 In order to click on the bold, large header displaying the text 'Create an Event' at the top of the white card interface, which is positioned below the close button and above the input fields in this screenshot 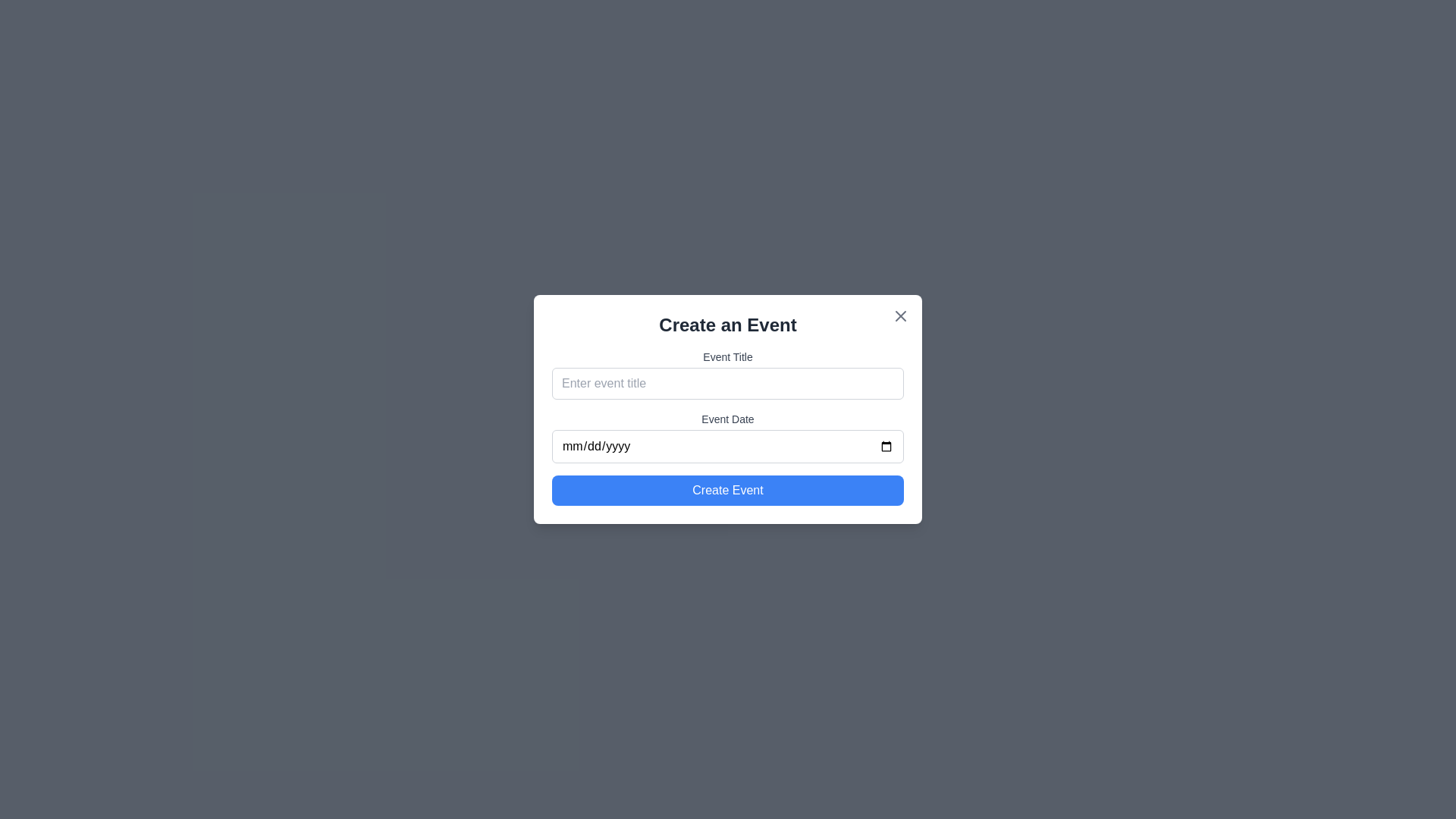, I will do `click(728, 324)`.